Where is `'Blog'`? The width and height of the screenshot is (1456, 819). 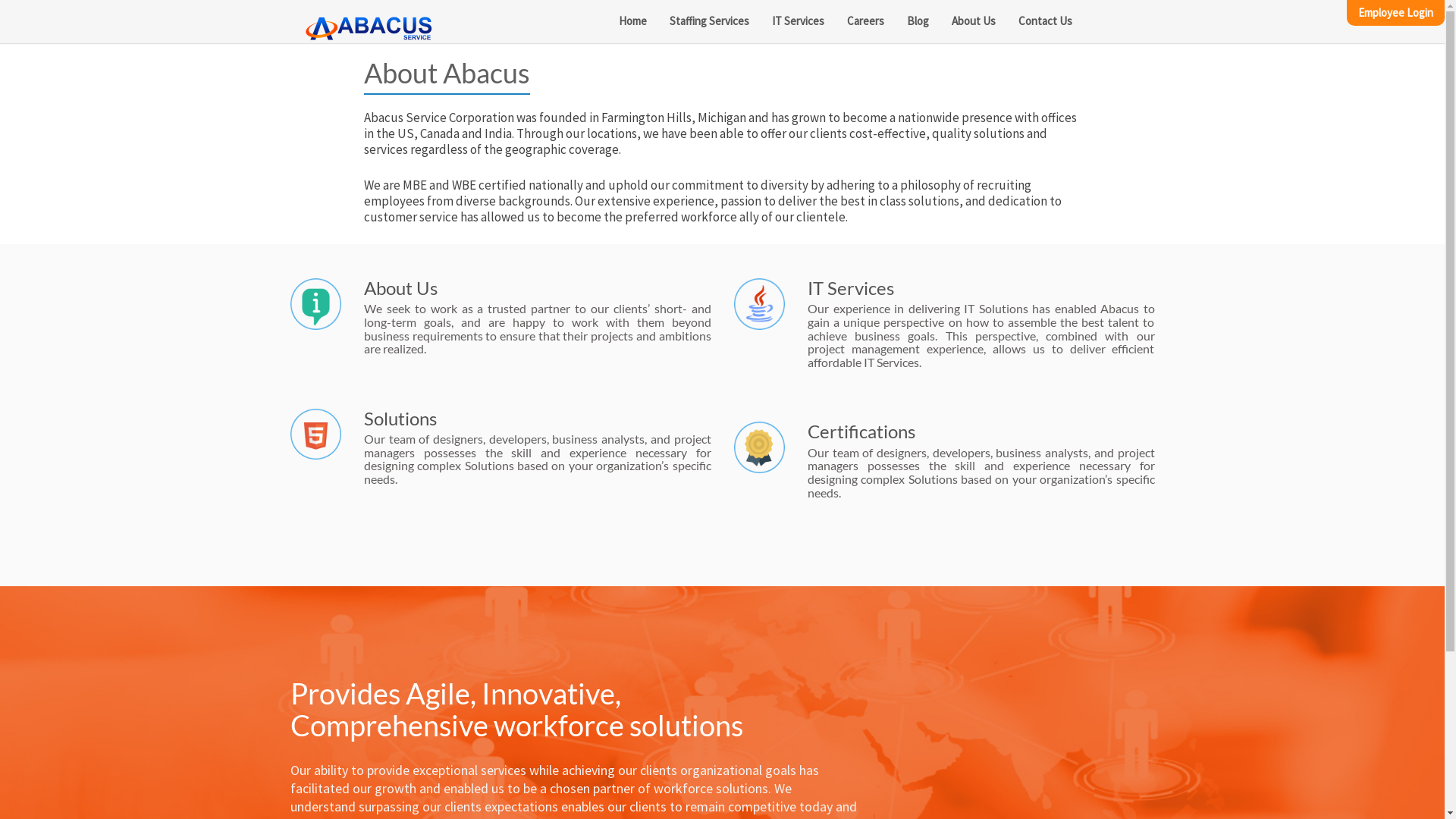 'Blog' is located at coordinates (916, 20).